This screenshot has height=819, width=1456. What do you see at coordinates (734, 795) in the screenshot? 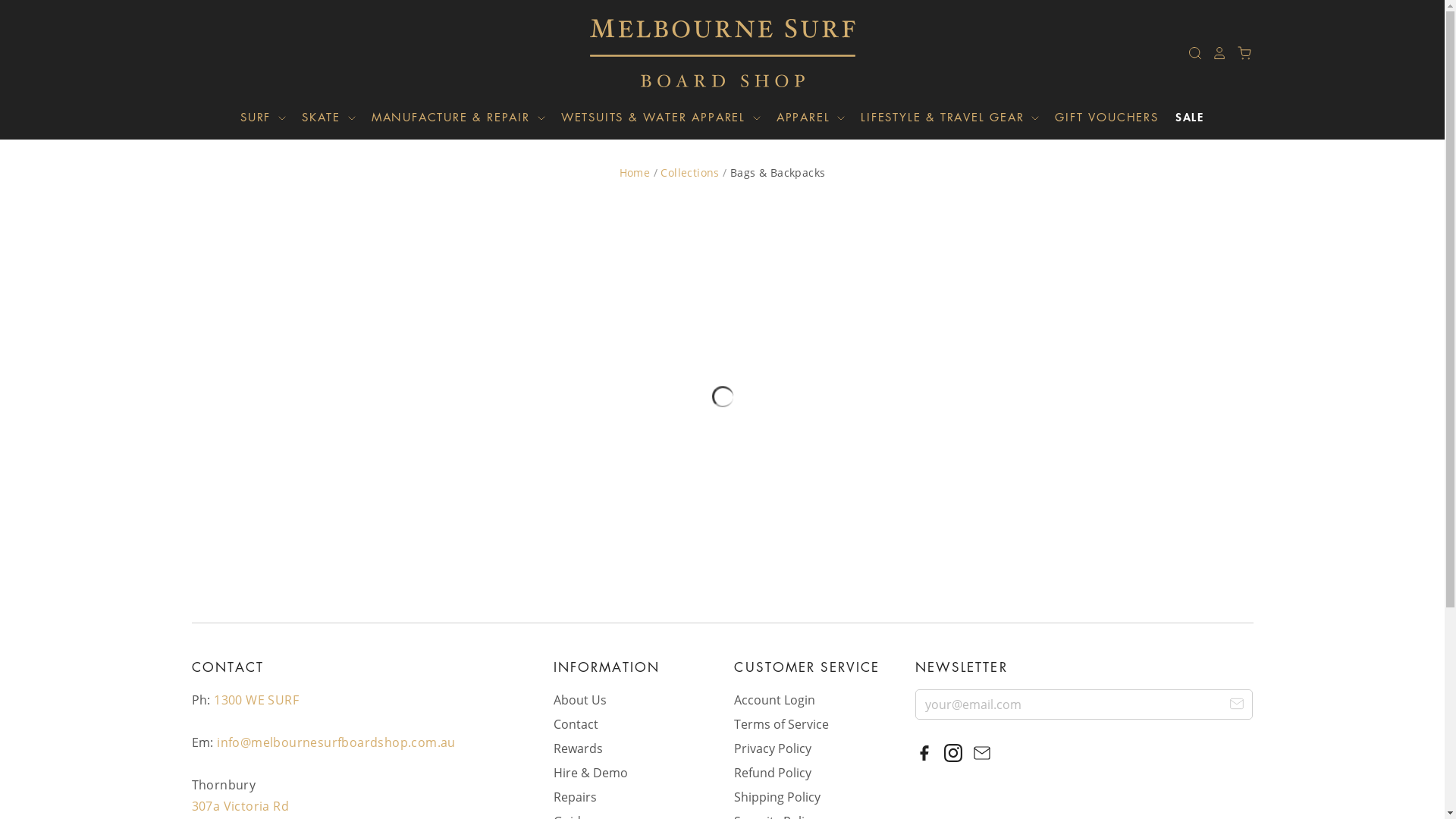
I see `'Shipping Policy'` at bounding box center [734, 795].